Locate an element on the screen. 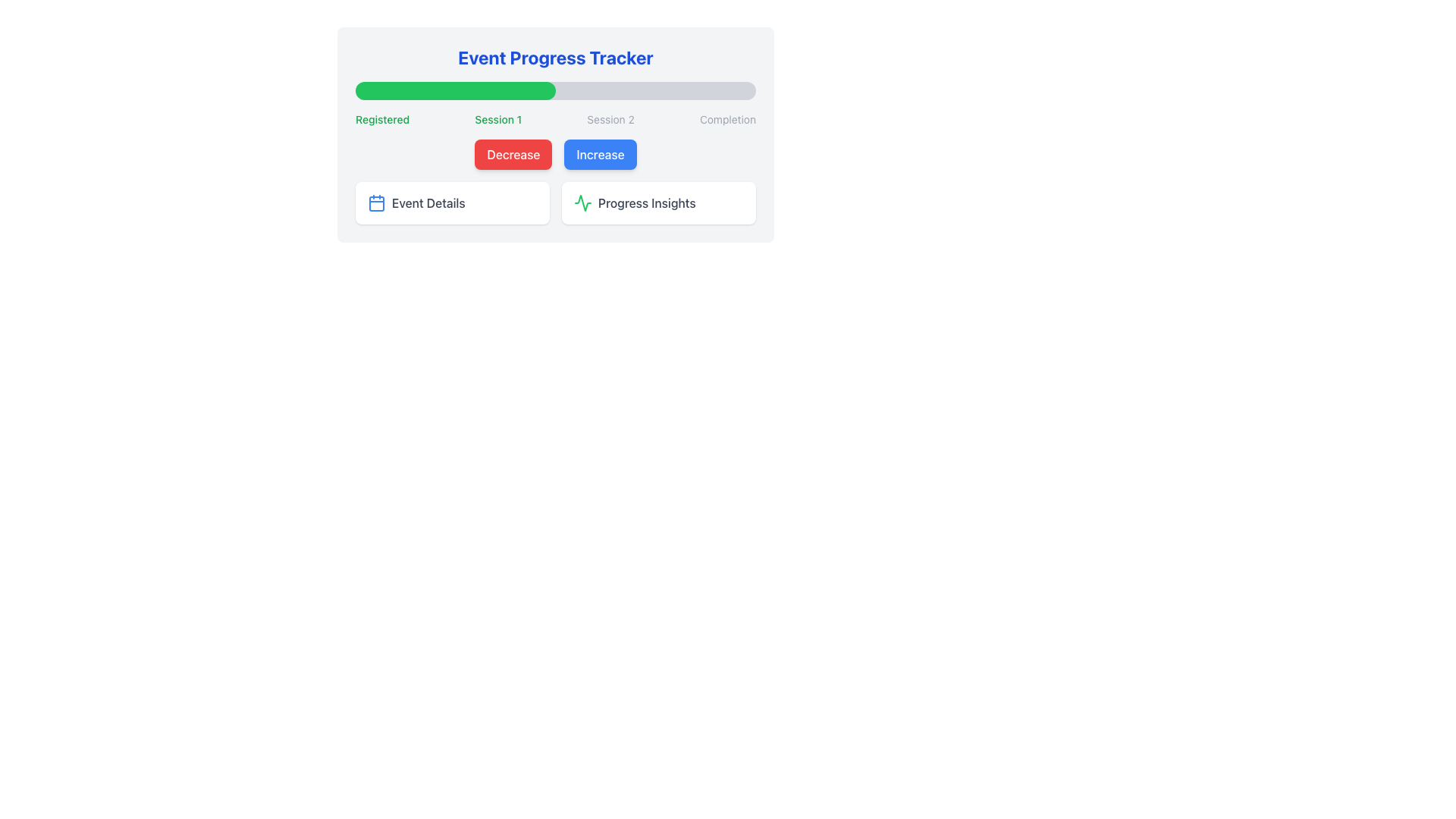 This screenshot has width=1456, height=819. the 'Registered' text label displayed in bright green color, which is the first element in the horizontal layout of statuses is located at coordinates (382, 119).